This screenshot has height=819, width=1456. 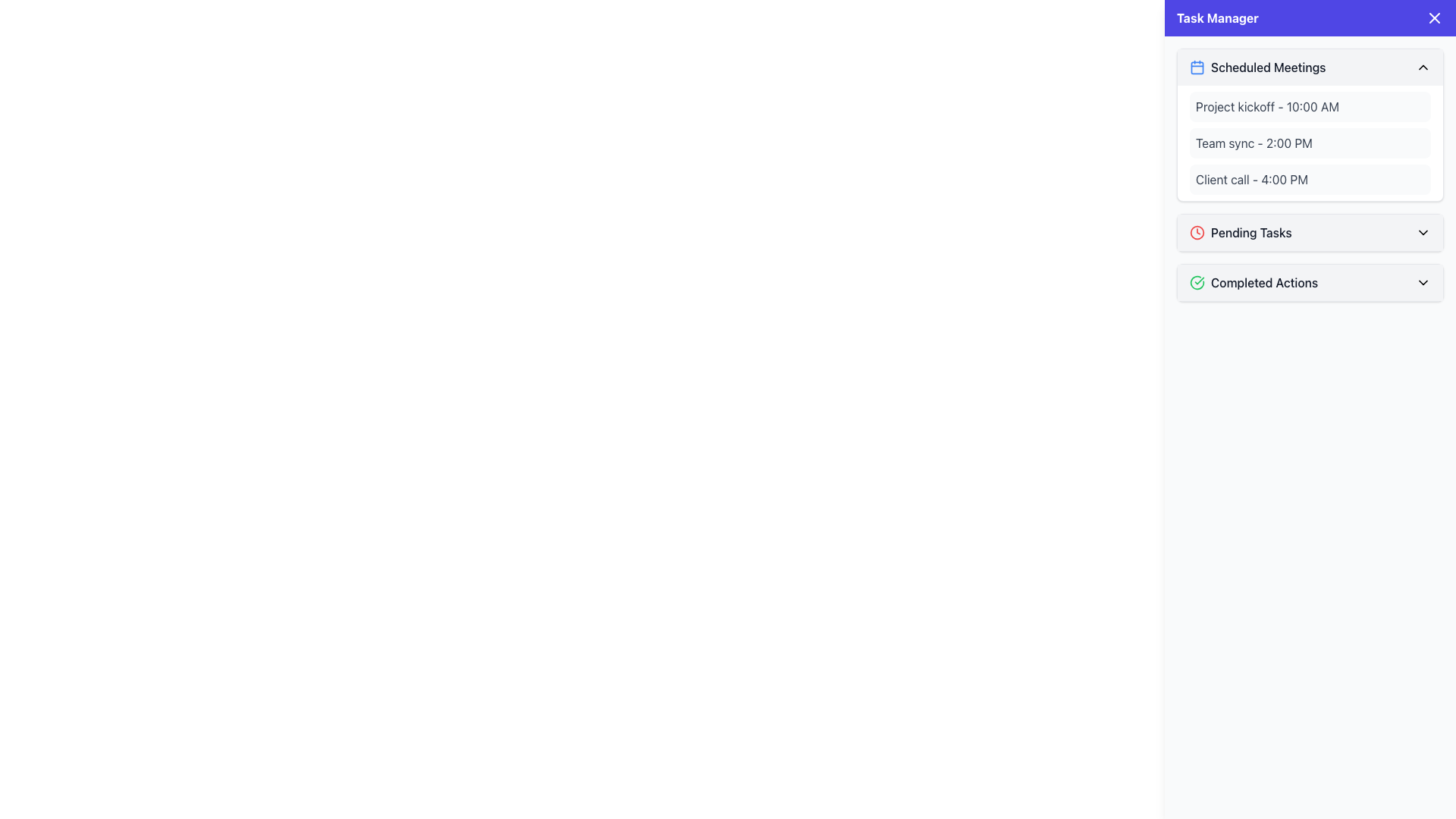 What do you see at coordinates (1267, 106) in the screenshot?
I see `the text label that reads 'Project kickoff - 10:00 AM' in gray font, located within the 'Scheduled Meetings' section of the 'Task Manager' panel` at bounding box center [1267, 106].